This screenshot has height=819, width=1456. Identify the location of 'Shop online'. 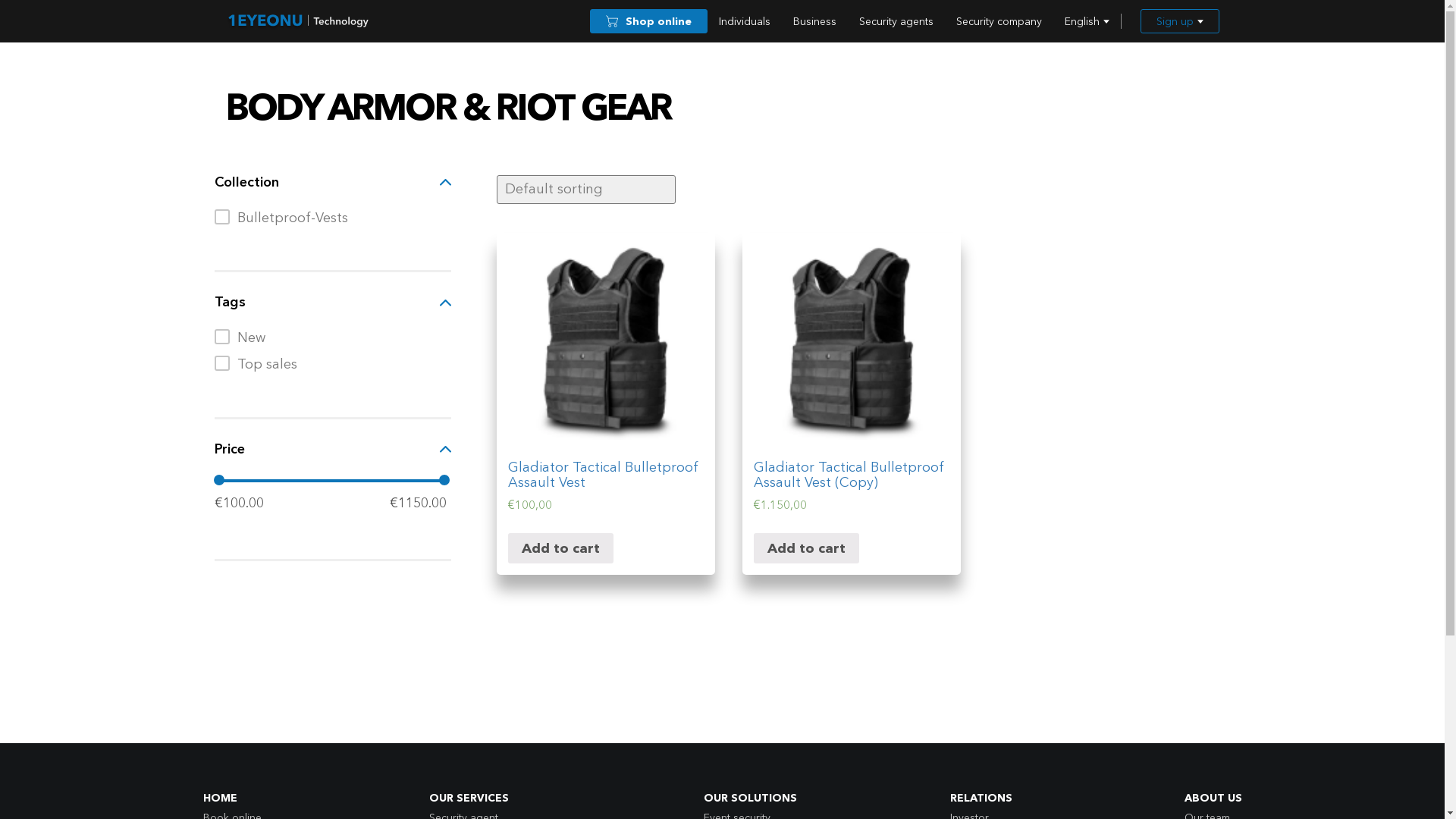
(648, 20).